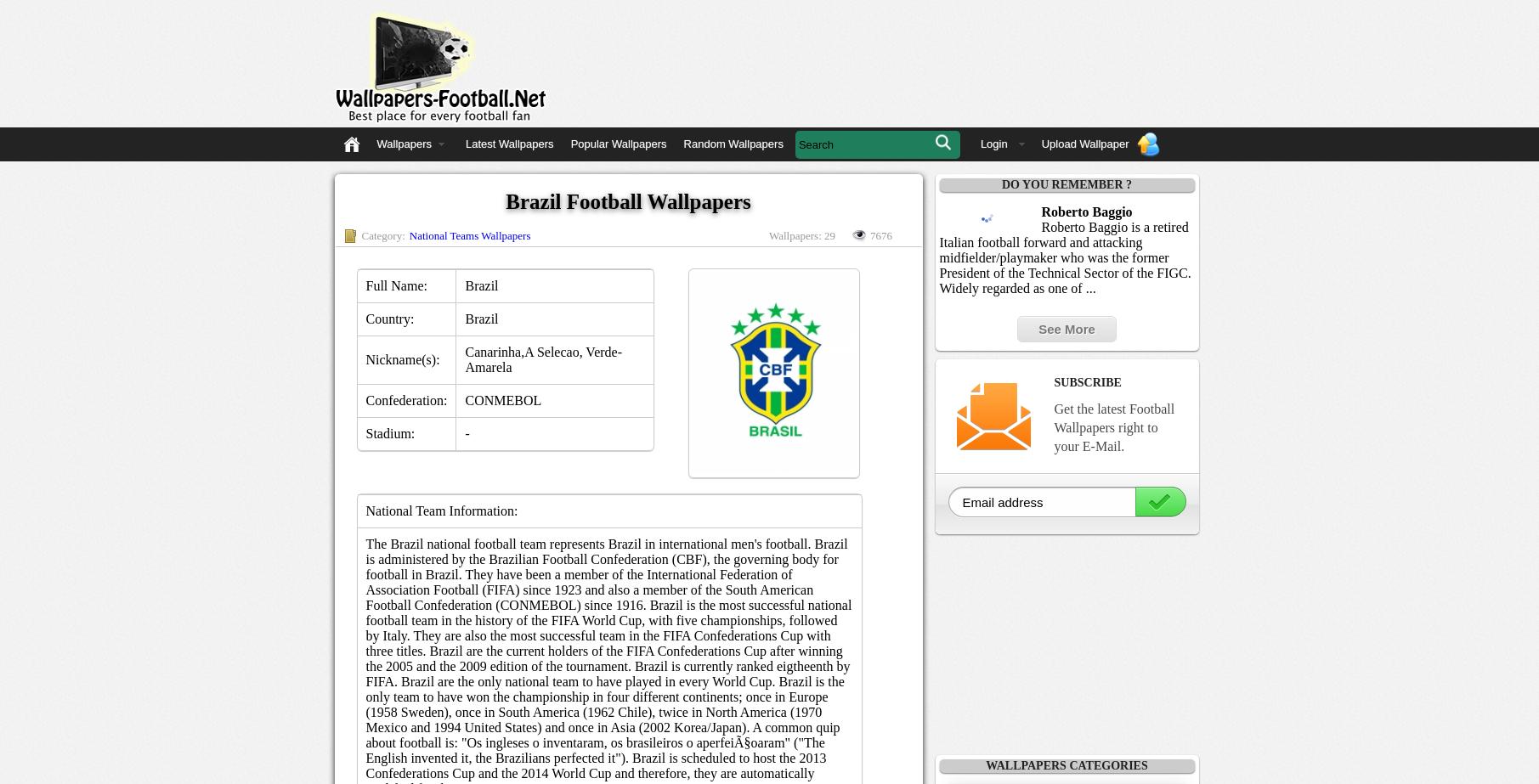  Describe the element at coordinates (733, 144) in the screenshot. I see `'Random Wallpapers'` at that location.